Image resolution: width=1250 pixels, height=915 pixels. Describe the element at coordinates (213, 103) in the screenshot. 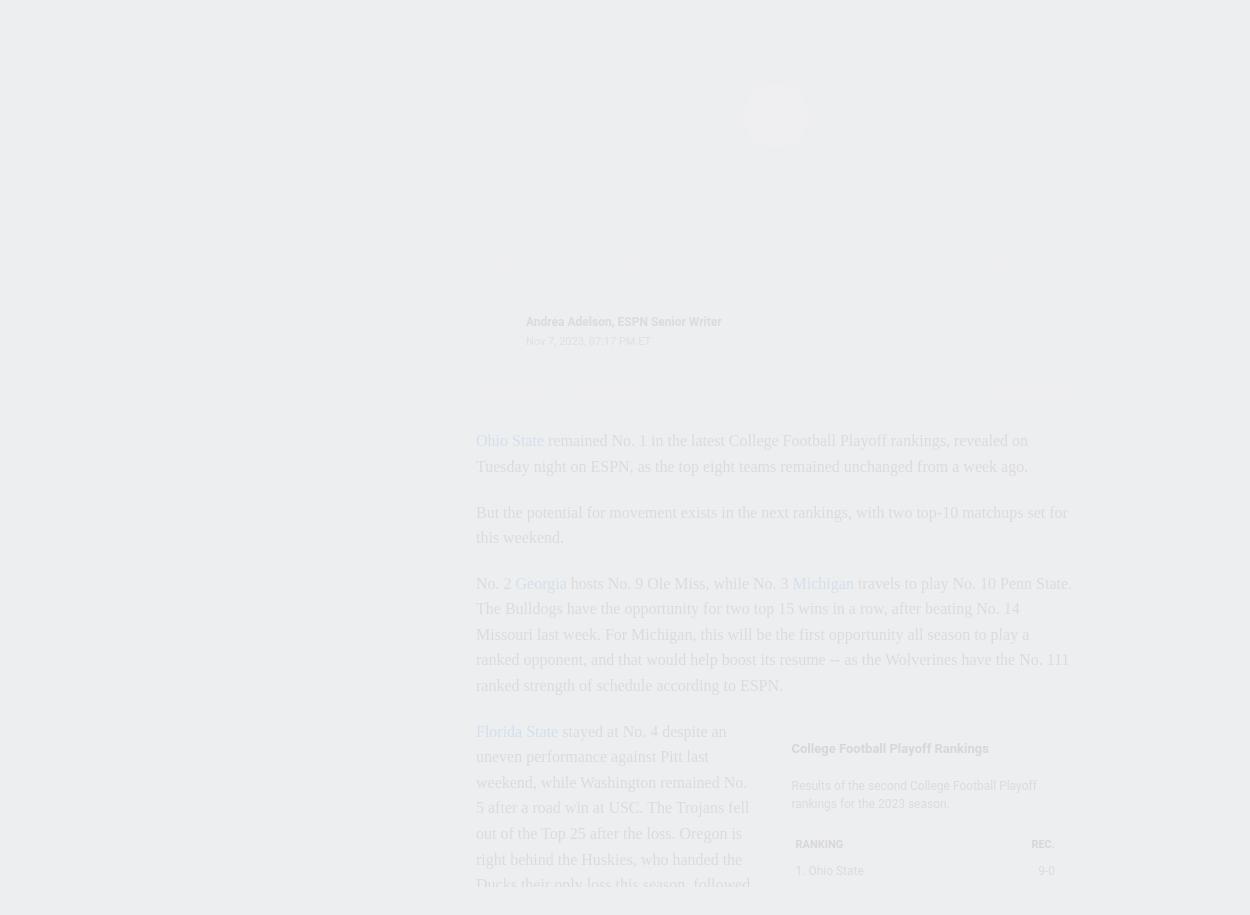

I see `'Jim McCormick'` at that location.